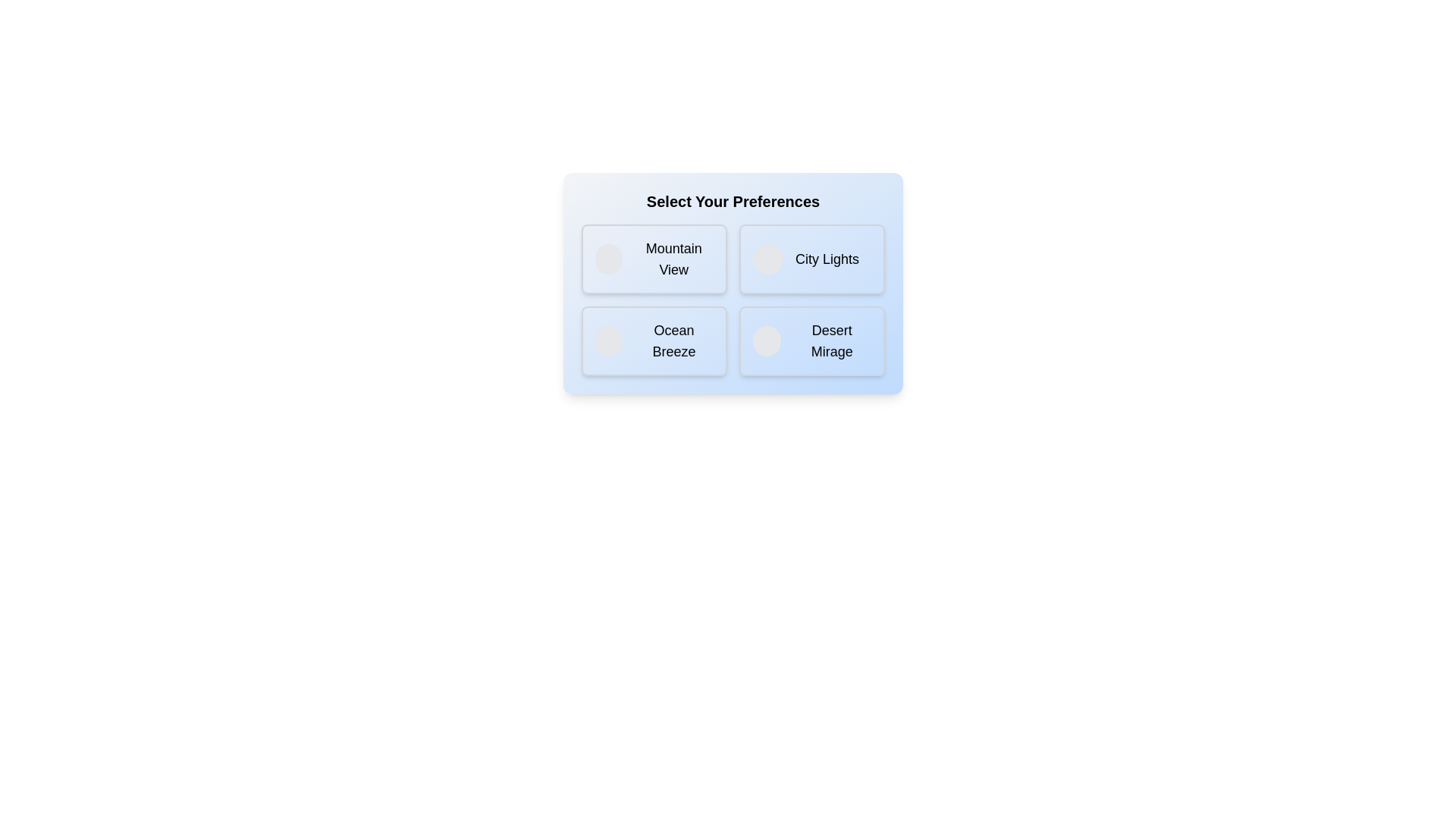 The height and width of the screenshot is (819, 1456). Describe the element at coordinates (654, 259) in the screenshot. I see `the option labeled Mountain View to observe visual feedback` at that location.